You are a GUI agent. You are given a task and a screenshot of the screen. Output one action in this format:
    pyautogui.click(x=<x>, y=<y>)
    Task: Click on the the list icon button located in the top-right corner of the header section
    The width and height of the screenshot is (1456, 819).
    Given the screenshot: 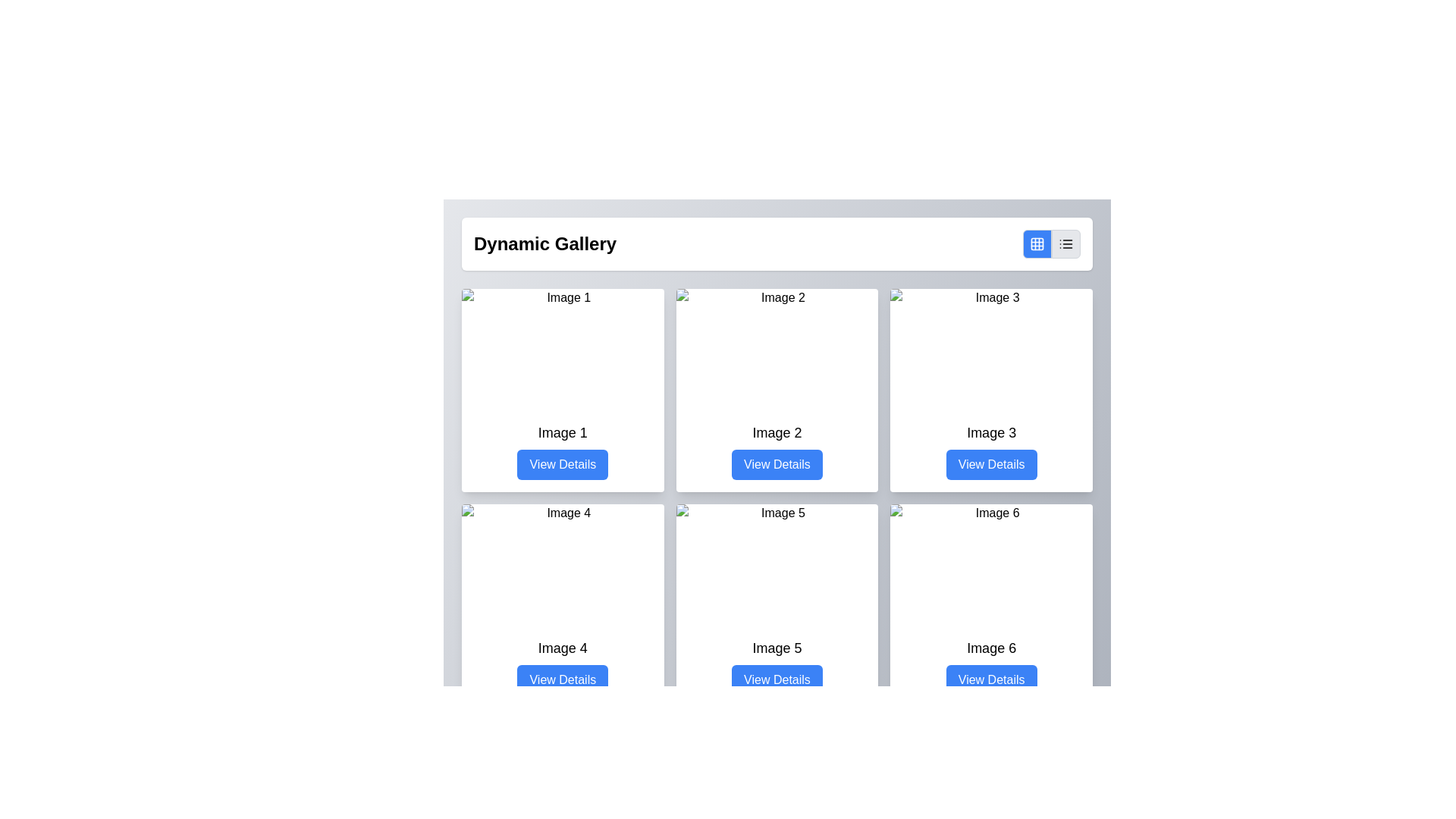 What is the action you would take?
    pyautogui.click(x=1065, y=243)
    